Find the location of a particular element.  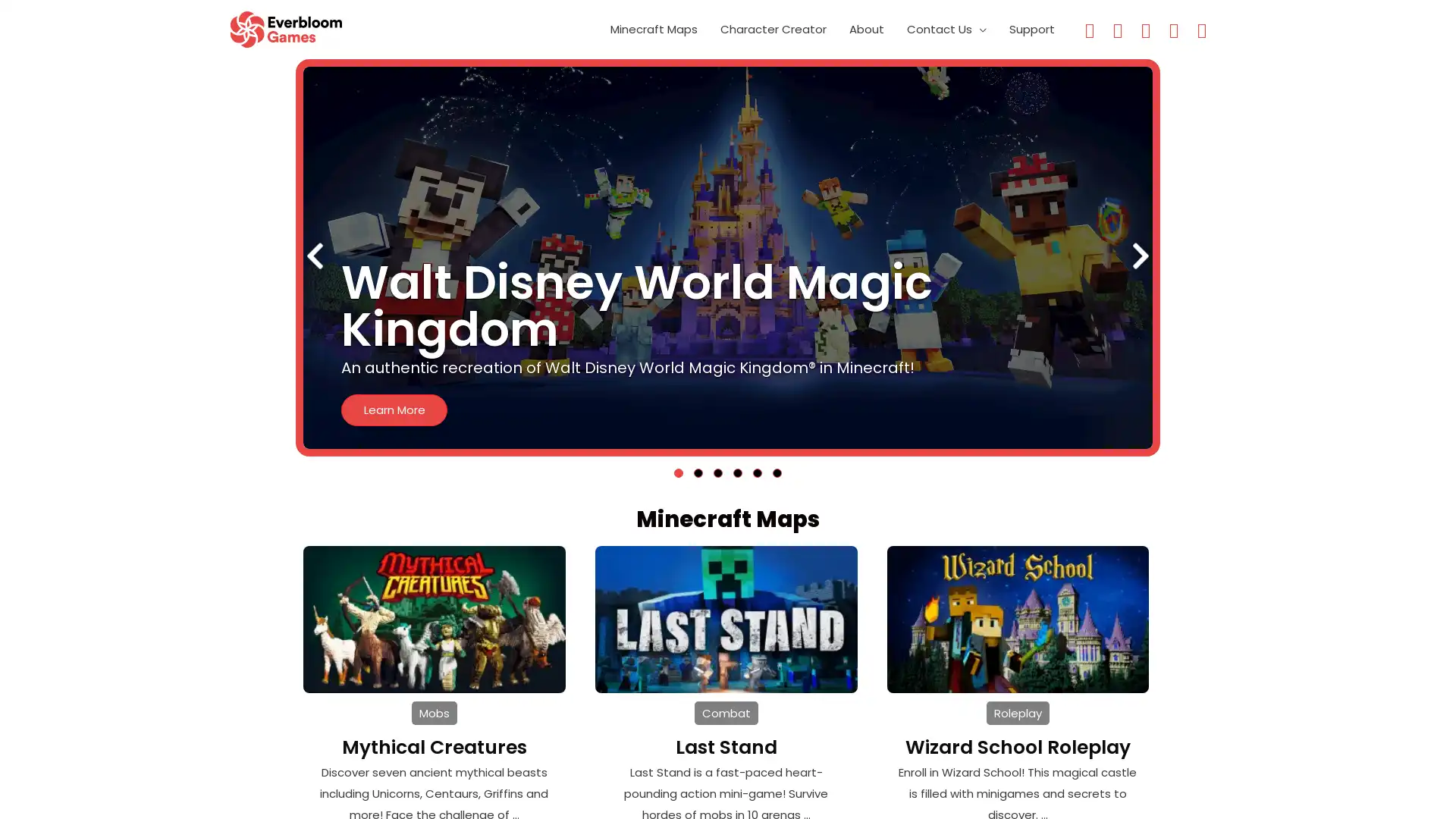

Page 6 is located at coordinates (777, 472).